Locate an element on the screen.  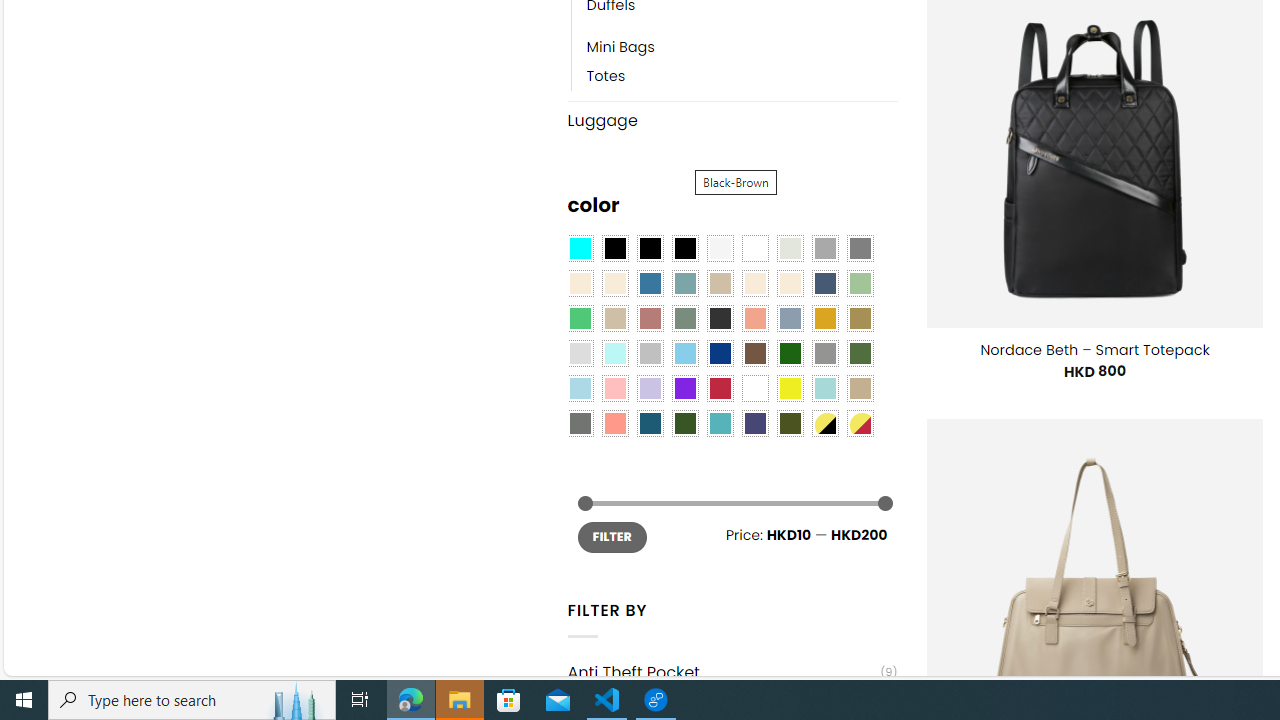
'Peach Pink' is located at coordinates (614, 423).